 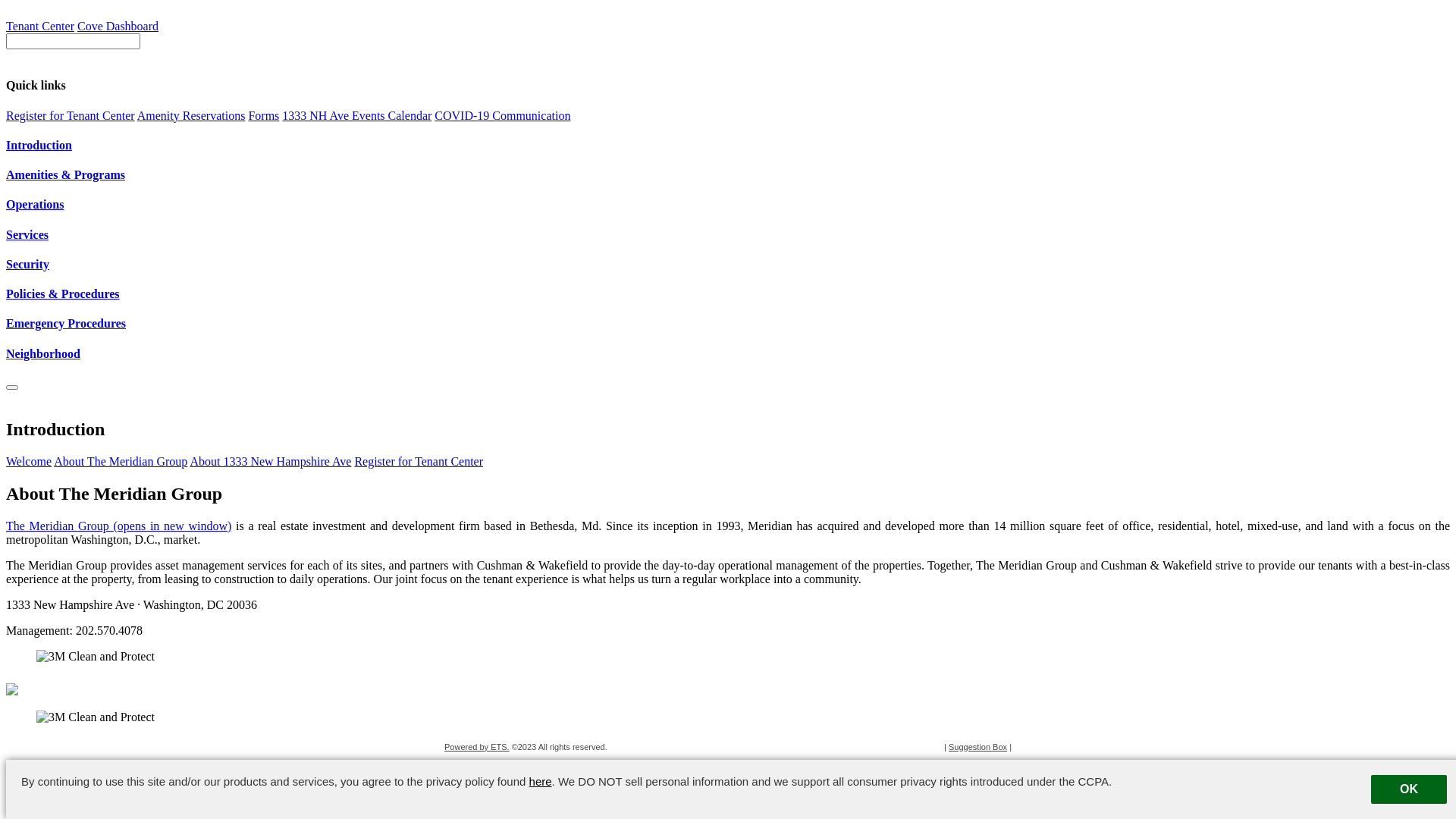 I want to click on 'Suggestion Box', so click(x=977, y=745).